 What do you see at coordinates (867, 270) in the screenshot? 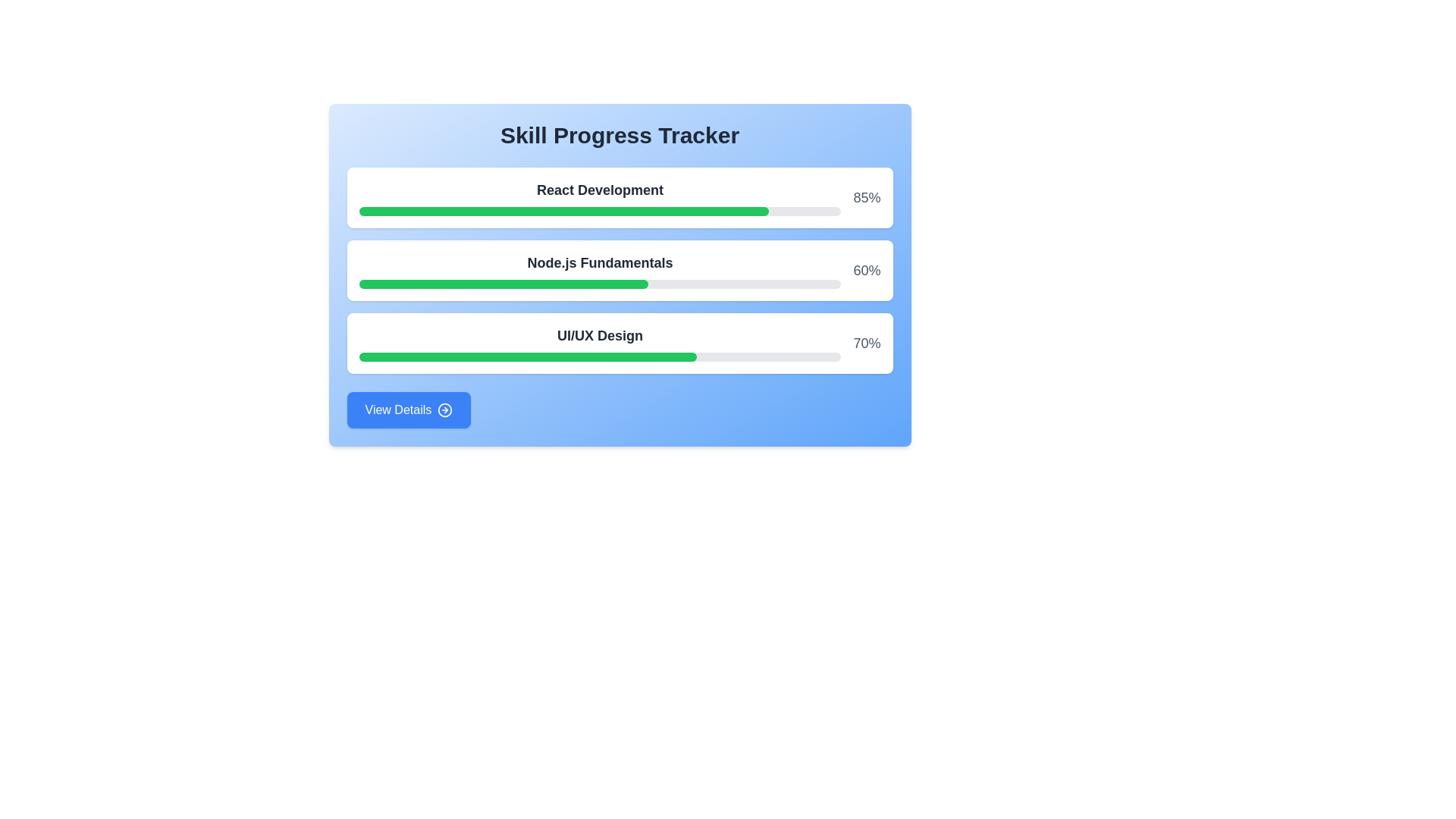
I see `the text label displaying '60%' which is formatted in gray and located to the right of the 'Node.js Fundamentals' progress bar` at bounding box center [867, 270].